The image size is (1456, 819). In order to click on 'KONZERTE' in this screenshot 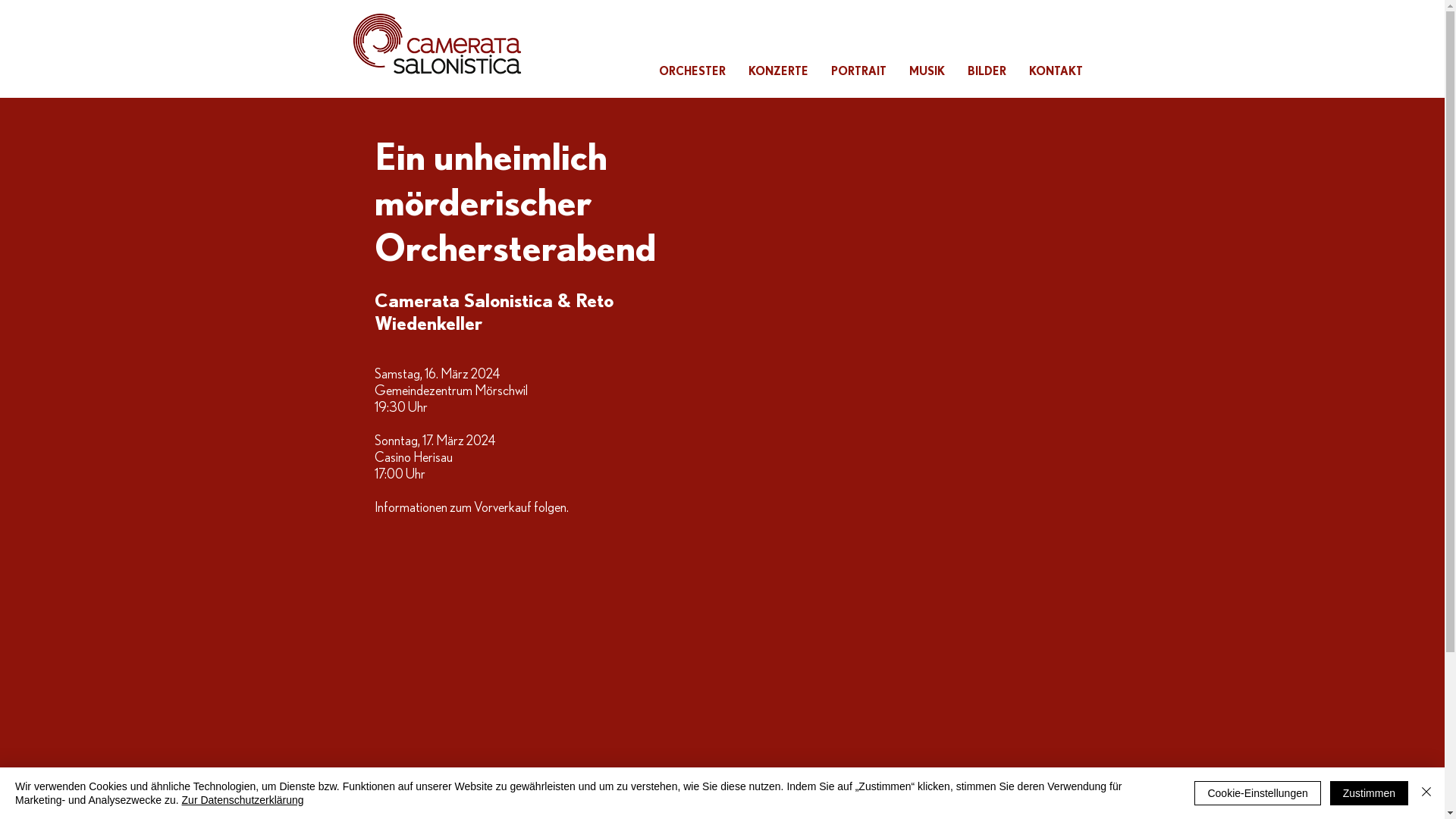, I will do `click(778, 71)`.